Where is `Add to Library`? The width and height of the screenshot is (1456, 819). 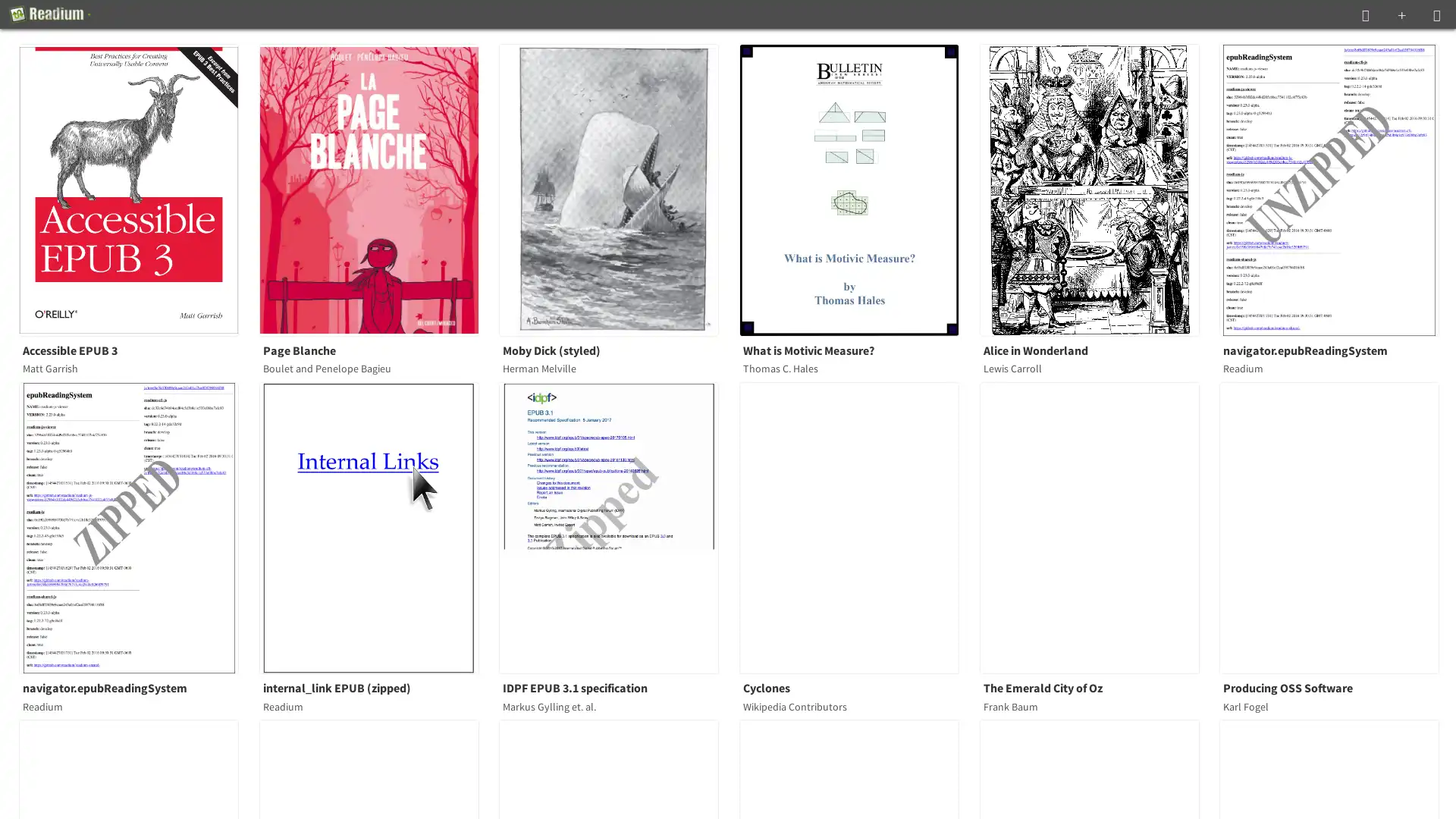
Add to Library is located at coordinates (1401, 14).